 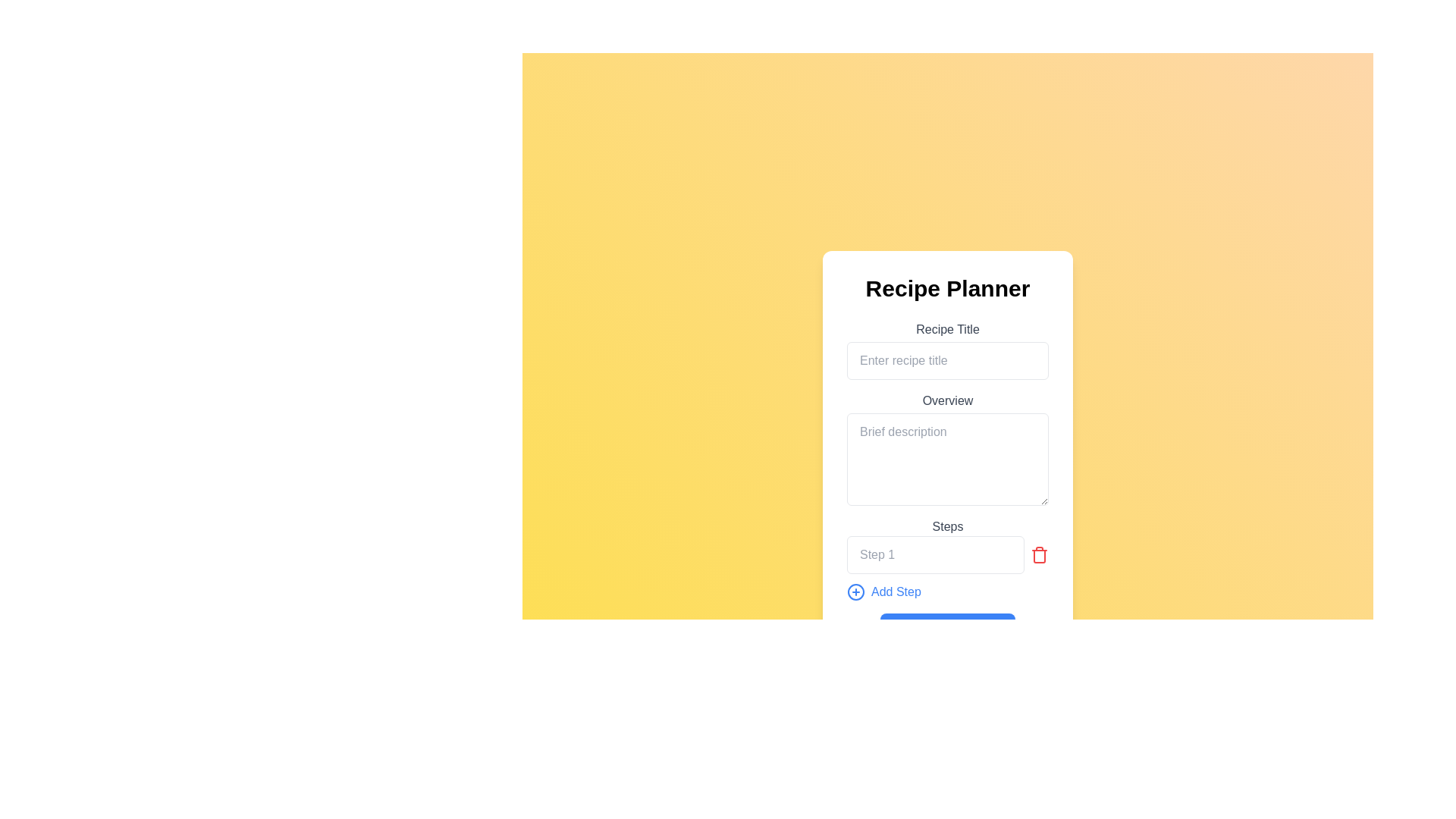 What do you see at coordinates (883, 591) in the screenshot?
I see `the 'Add Step' button located in the 'Steps Add Step' section, which is positioned below the 'Steps' label and next to the 'Step 1' input field` at bounding box center [883, 591].